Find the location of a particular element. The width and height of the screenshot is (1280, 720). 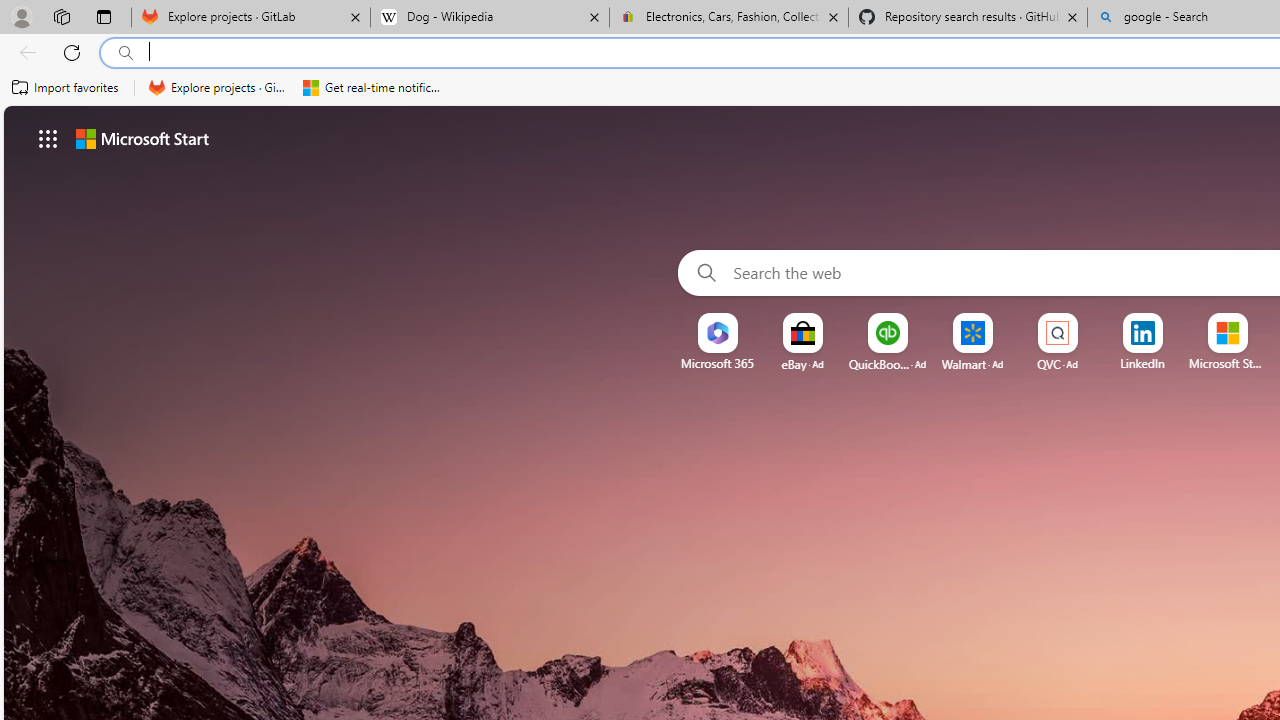

'Dog - Wikipedia' is located at coordinates (490, 17).